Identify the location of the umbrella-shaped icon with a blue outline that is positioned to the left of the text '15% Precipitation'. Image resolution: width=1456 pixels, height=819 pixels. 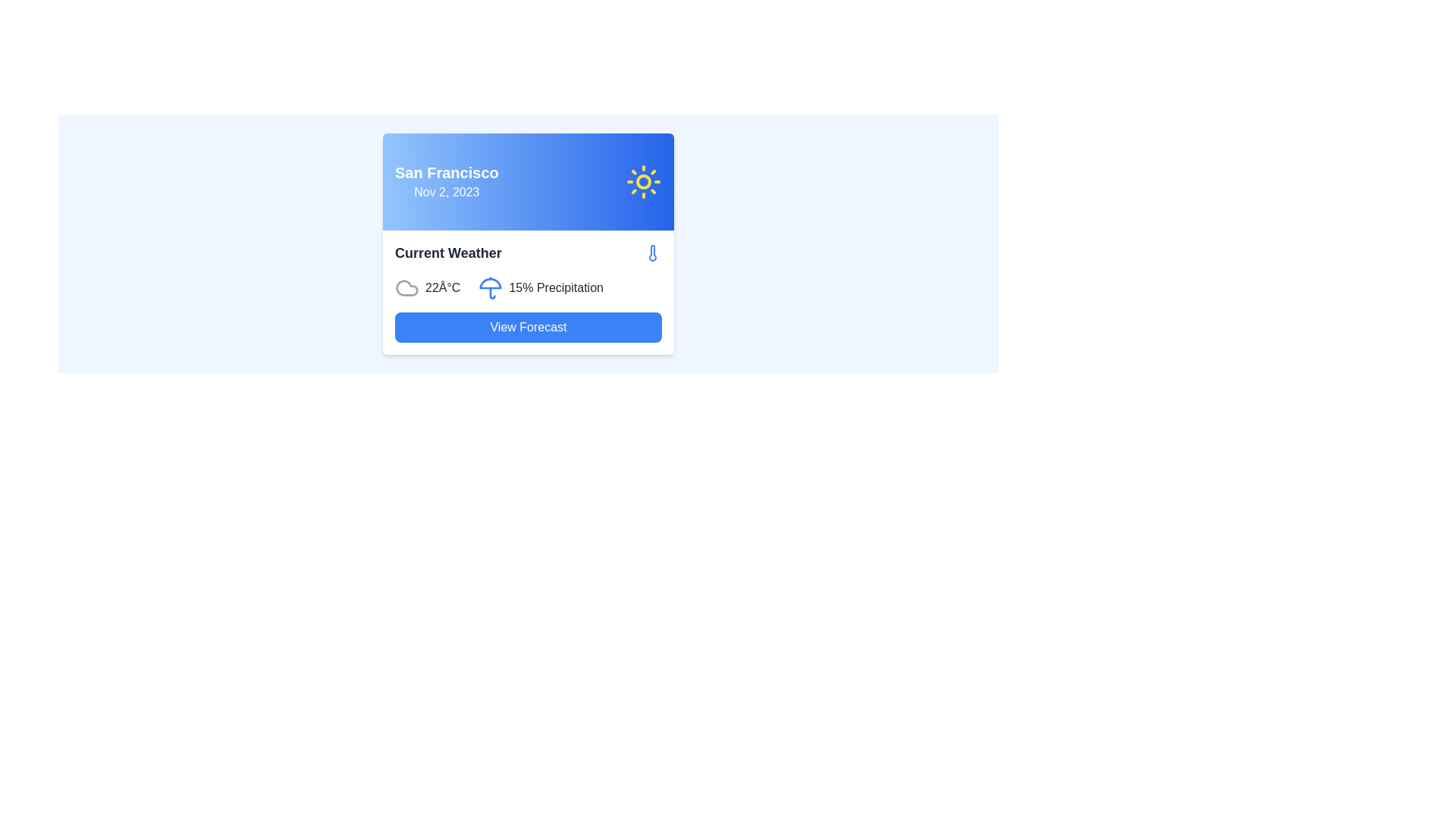
(491, 288).